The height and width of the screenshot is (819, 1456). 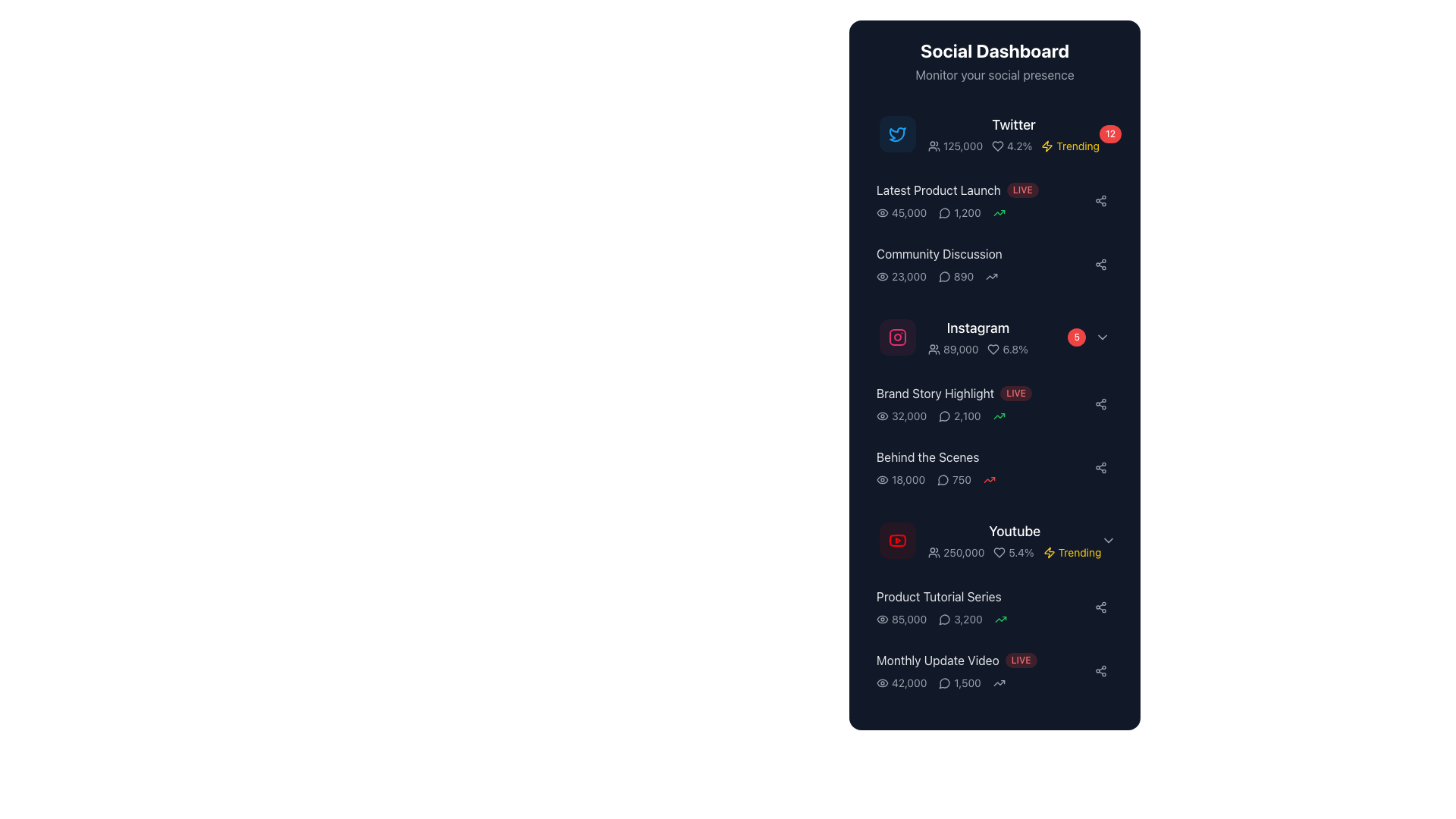 I want to click on the Instagram label, which is a non-interactive element identifying the platform within the social dashboard interface, so click(x=977, y=327).